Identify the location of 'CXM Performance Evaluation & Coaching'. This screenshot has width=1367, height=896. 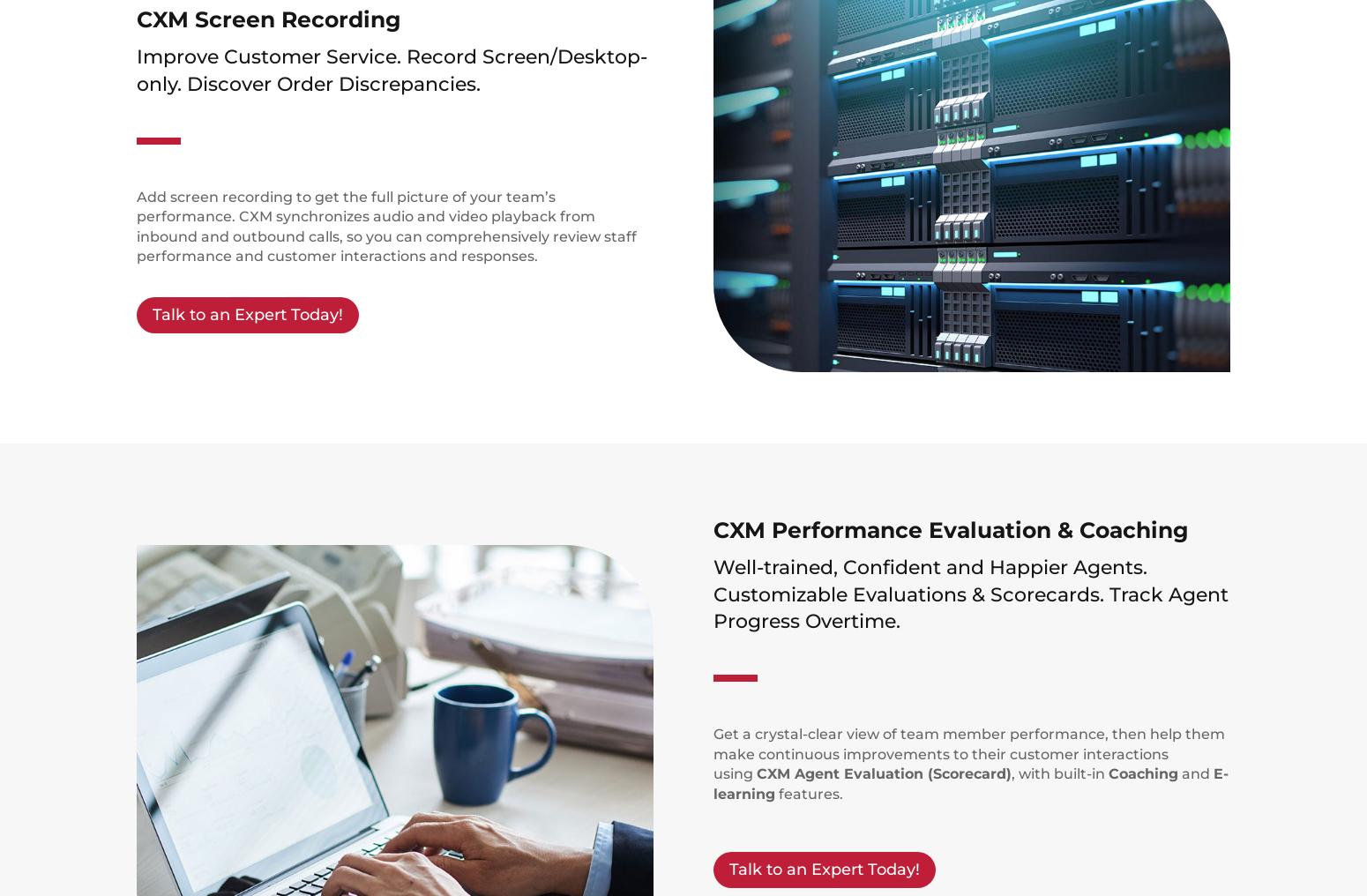
(712, 529).